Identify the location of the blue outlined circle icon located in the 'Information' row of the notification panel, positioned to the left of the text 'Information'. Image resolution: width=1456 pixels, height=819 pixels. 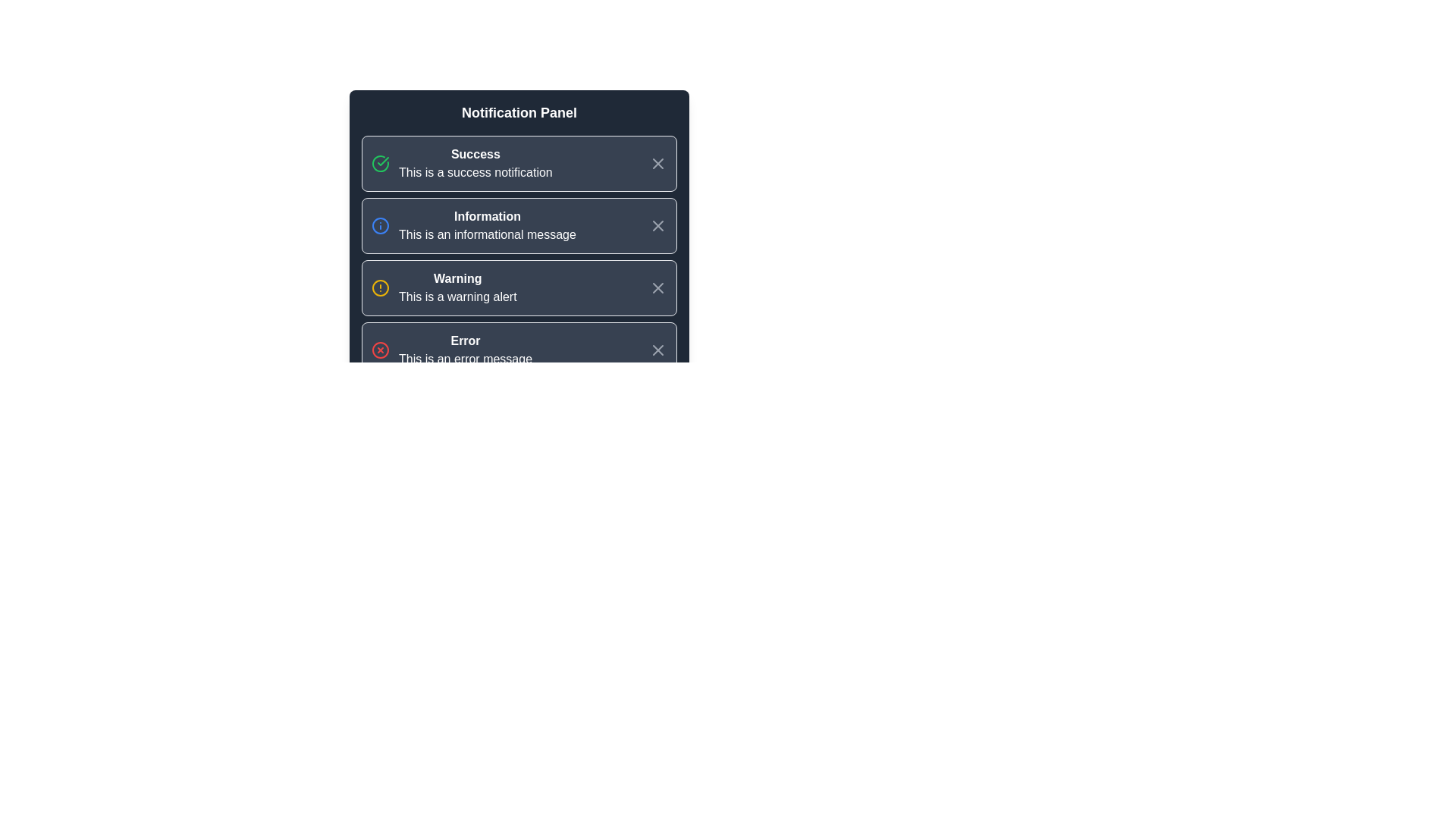
(381, 225).